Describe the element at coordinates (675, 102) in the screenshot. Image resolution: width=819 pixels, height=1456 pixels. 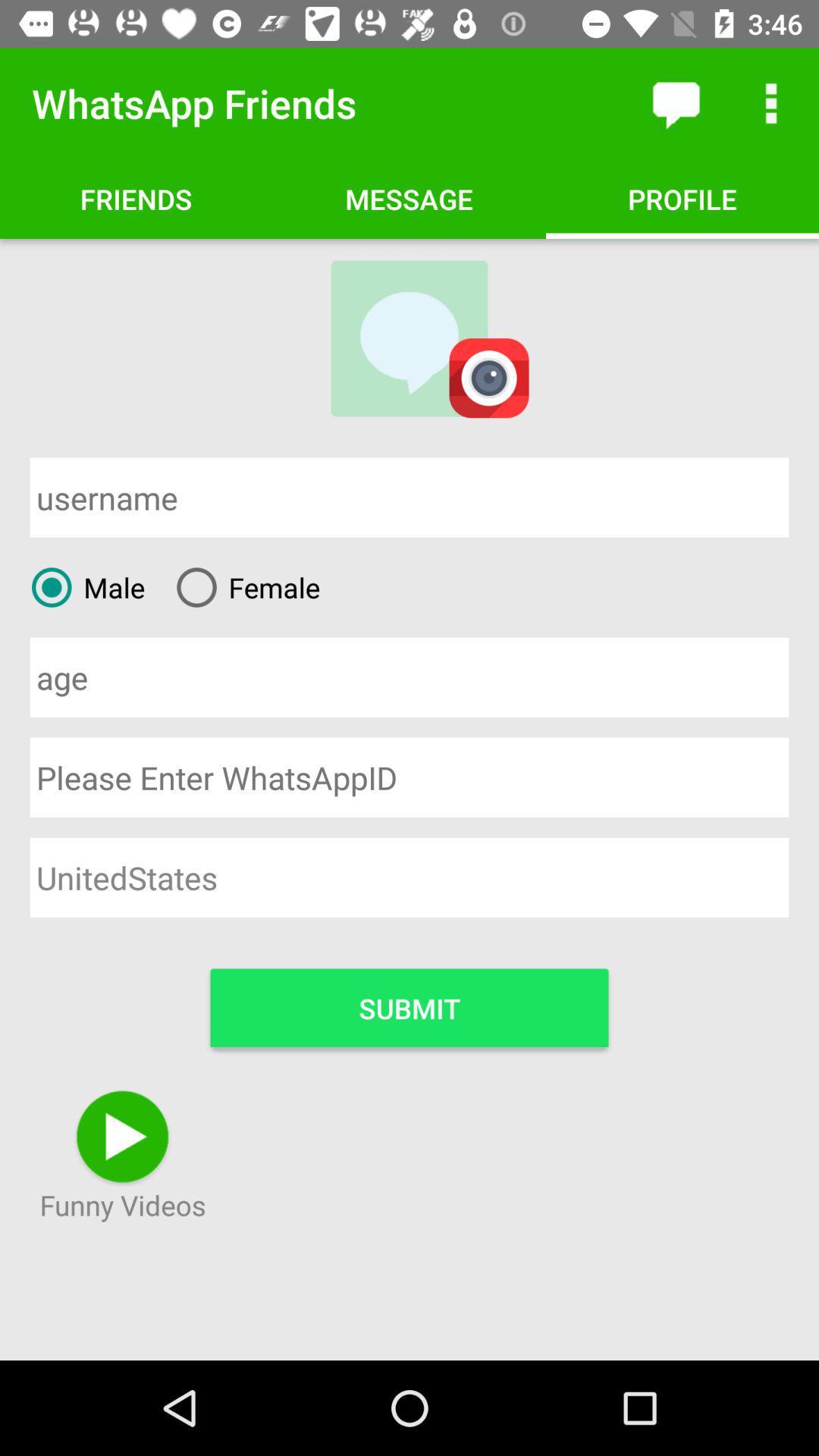
I see `send message friend` at that location.